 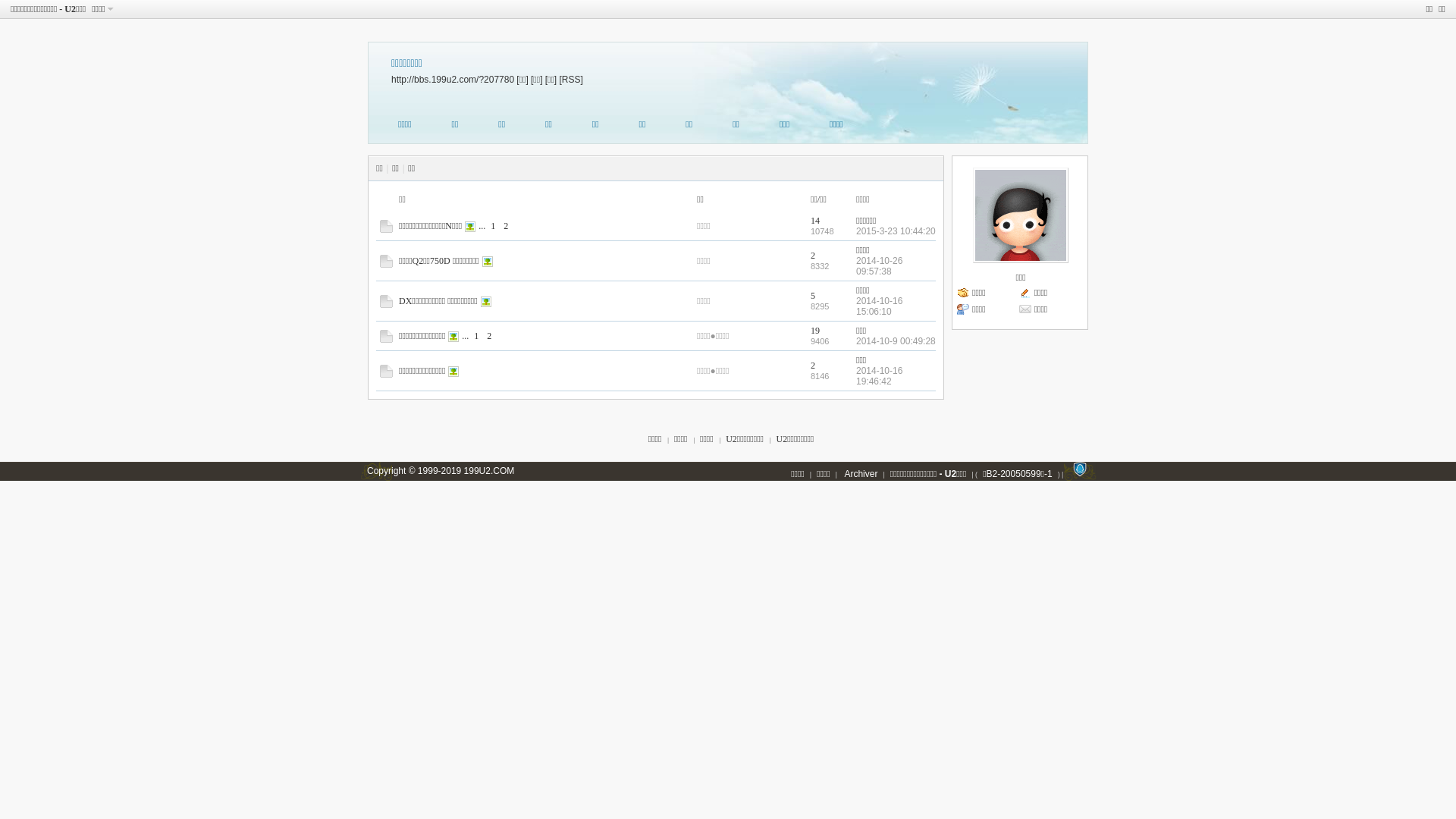 What do you see at coordinates (811, 295) in the screenshot?
I see `'5'` at bounding box center [811, 295].